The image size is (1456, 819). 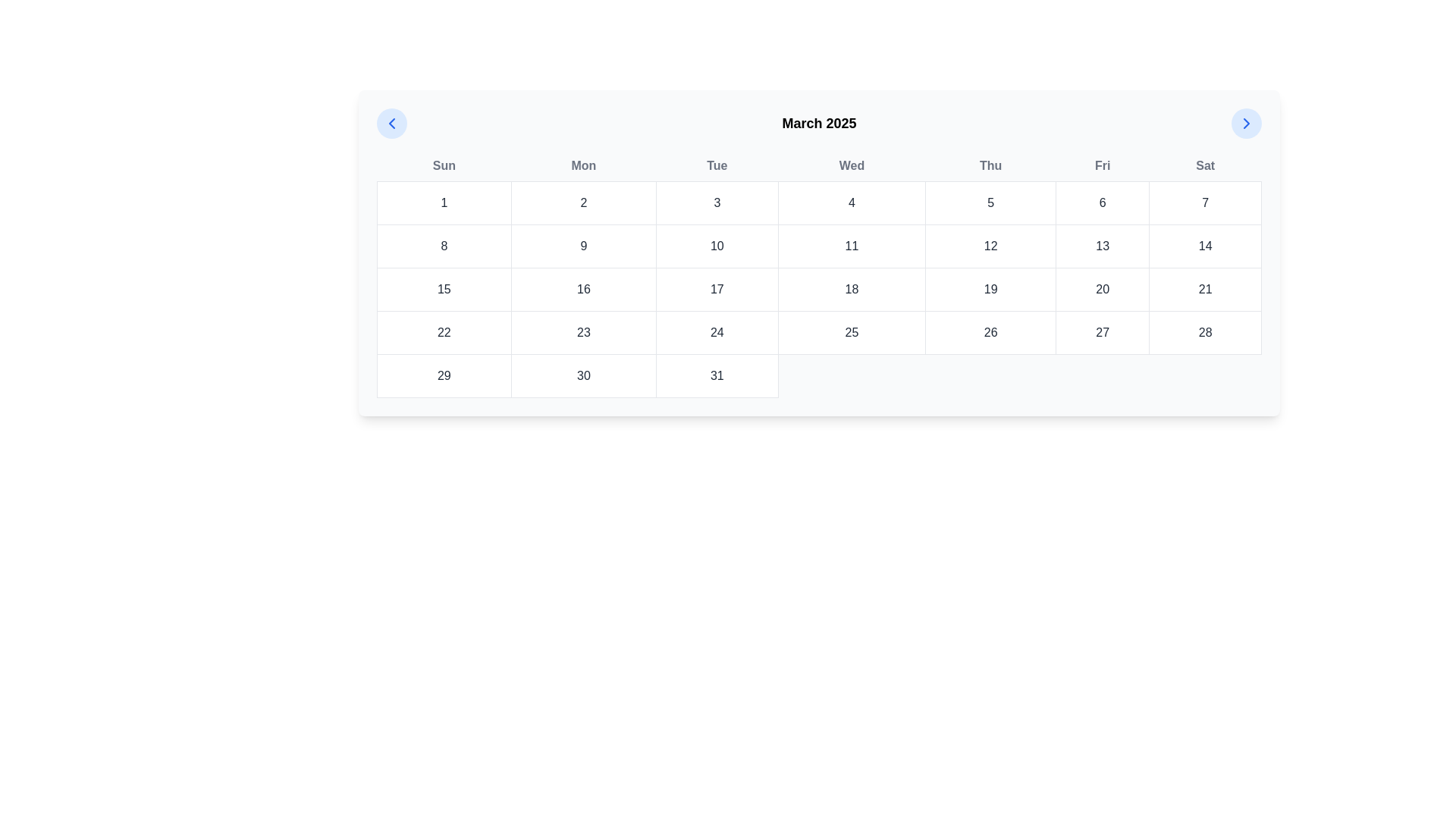 What do you see at coordinates (818, 245) in the screenshot?
I see `the horizontal date segment displaying dates '8' to '14' within the calendar grid` at bounding box center [818, 245].